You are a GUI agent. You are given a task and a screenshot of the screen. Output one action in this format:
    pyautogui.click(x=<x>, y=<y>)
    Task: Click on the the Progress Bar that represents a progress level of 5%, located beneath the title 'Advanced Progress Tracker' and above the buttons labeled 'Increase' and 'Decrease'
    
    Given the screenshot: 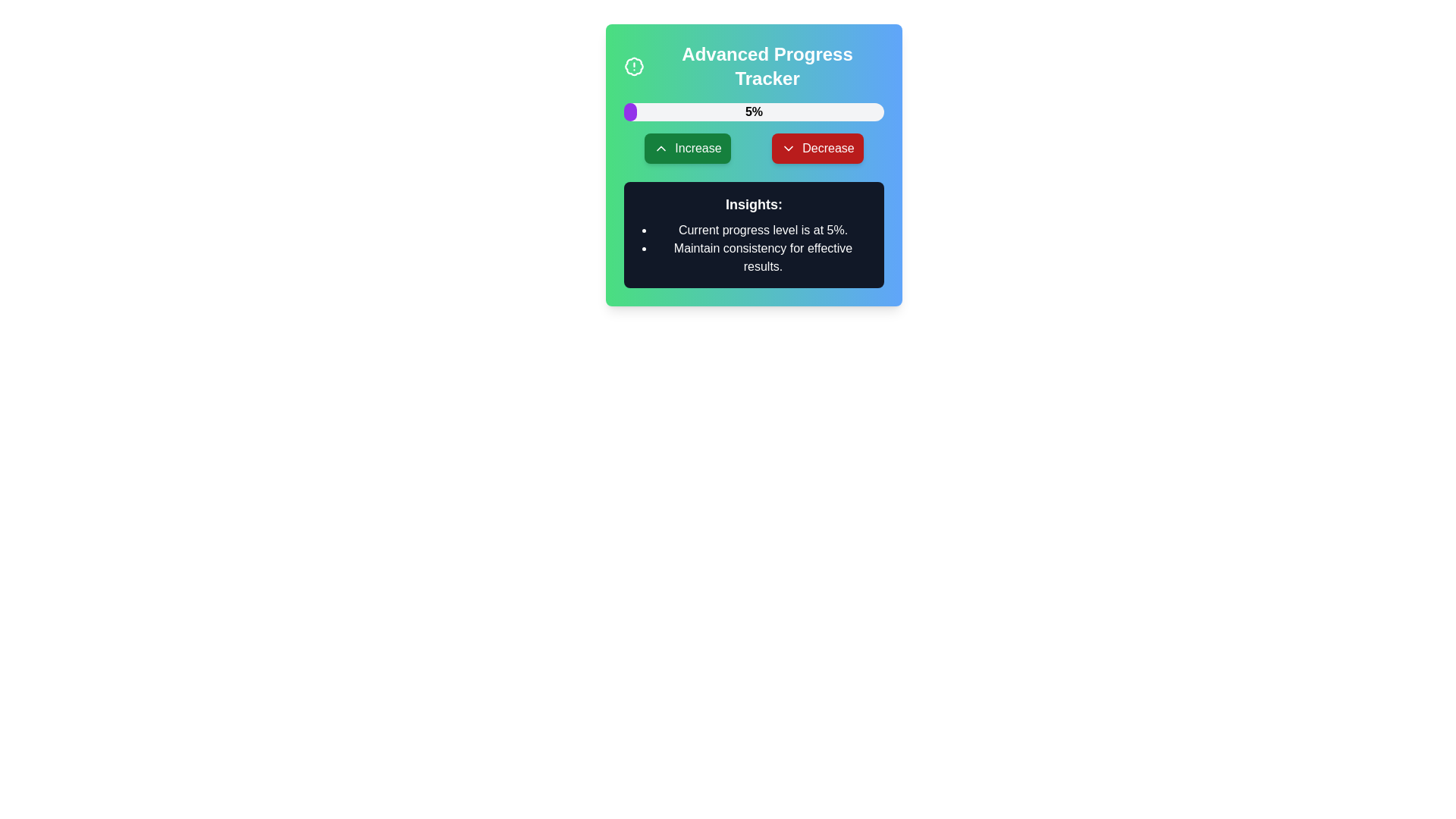 What is the action you would take?
    pyautogui.click(x=754, y=111)
    